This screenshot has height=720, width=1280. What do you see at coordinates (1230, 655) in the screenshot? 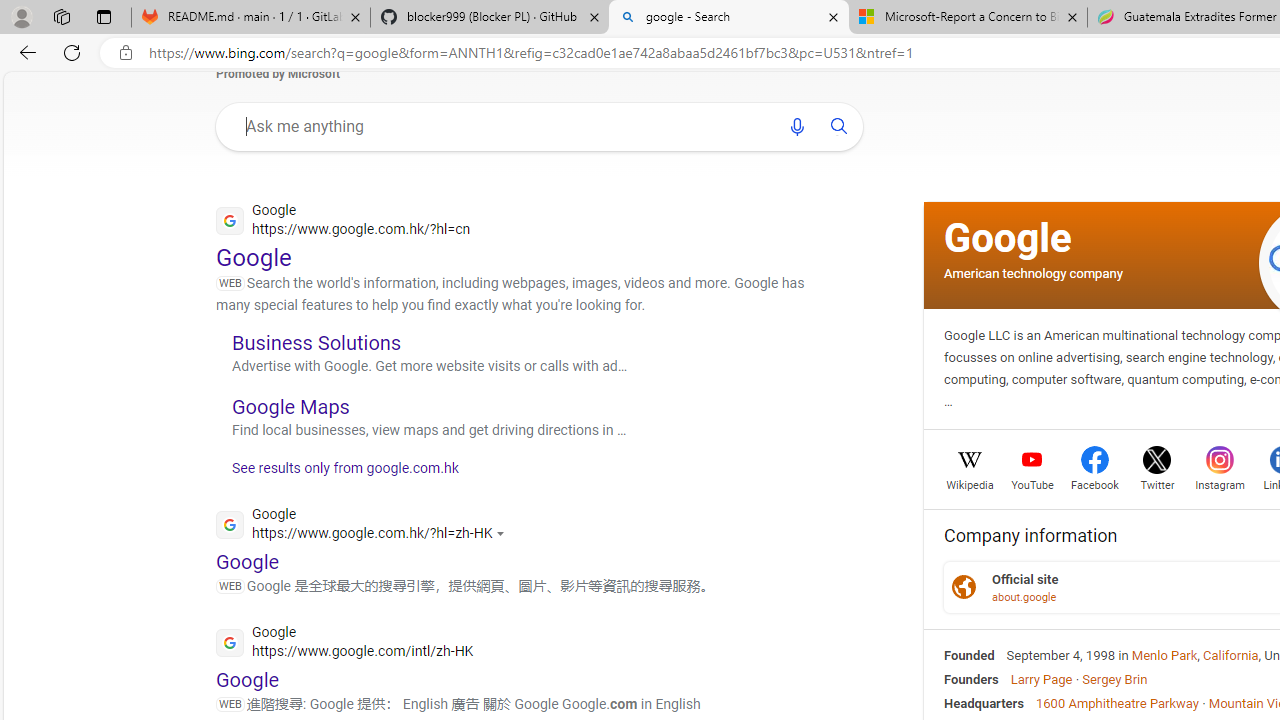
I see `'California'` at bounding box center [1230, 655].